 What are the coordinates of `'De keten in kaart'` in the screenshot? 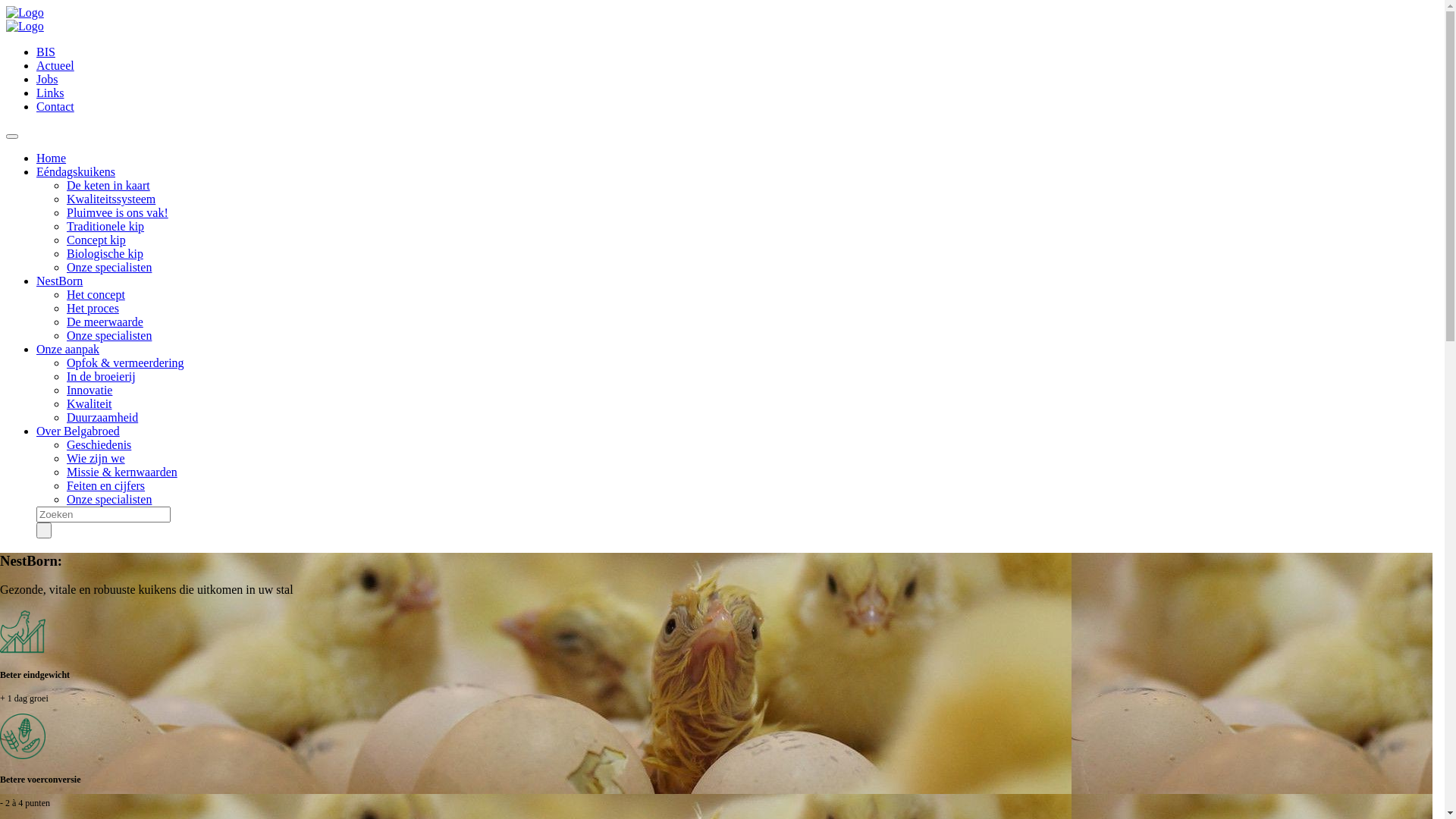 It's located at (108, 184).